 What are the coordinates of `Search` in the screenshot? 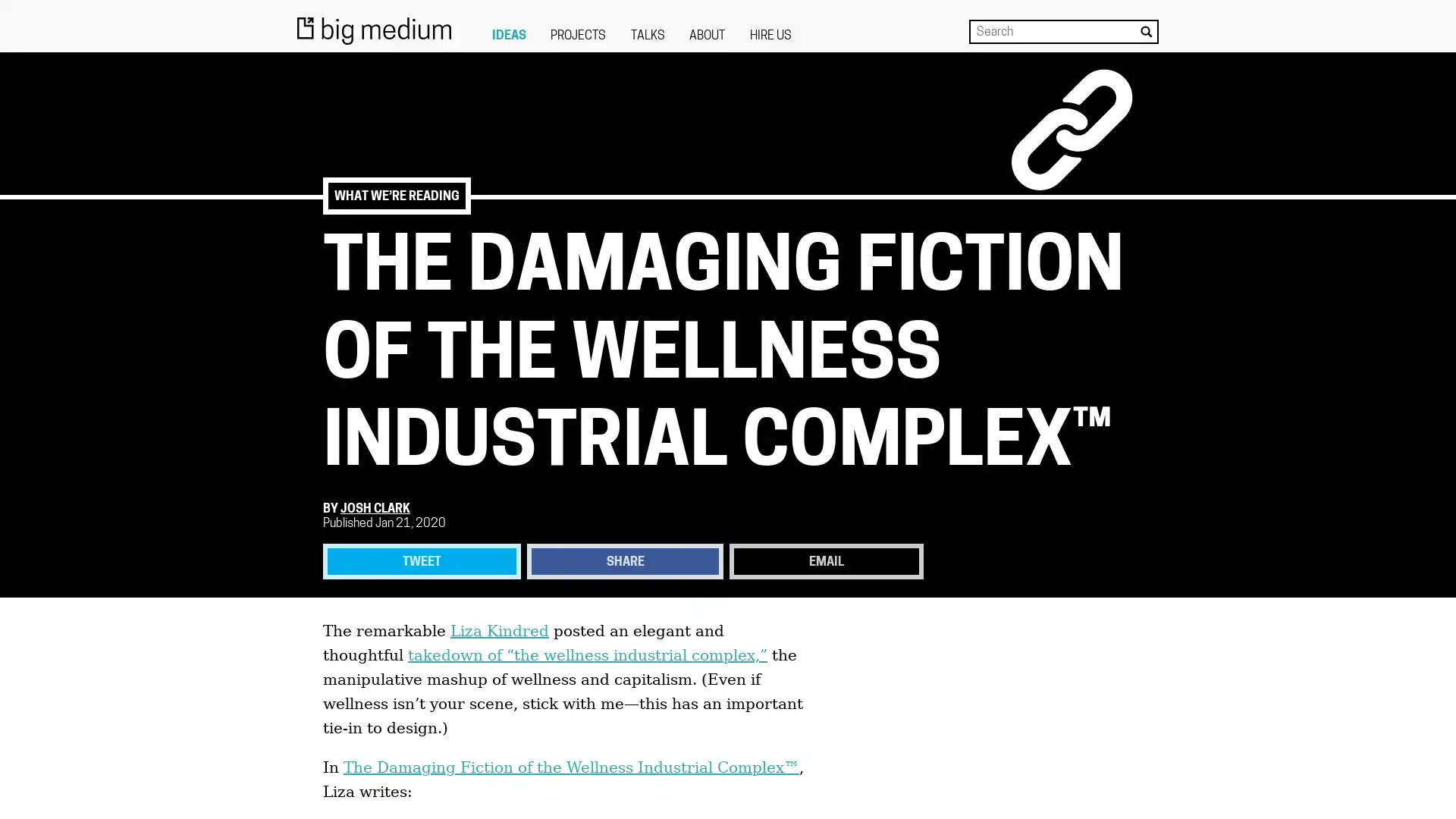 It's located at (1146, 31).